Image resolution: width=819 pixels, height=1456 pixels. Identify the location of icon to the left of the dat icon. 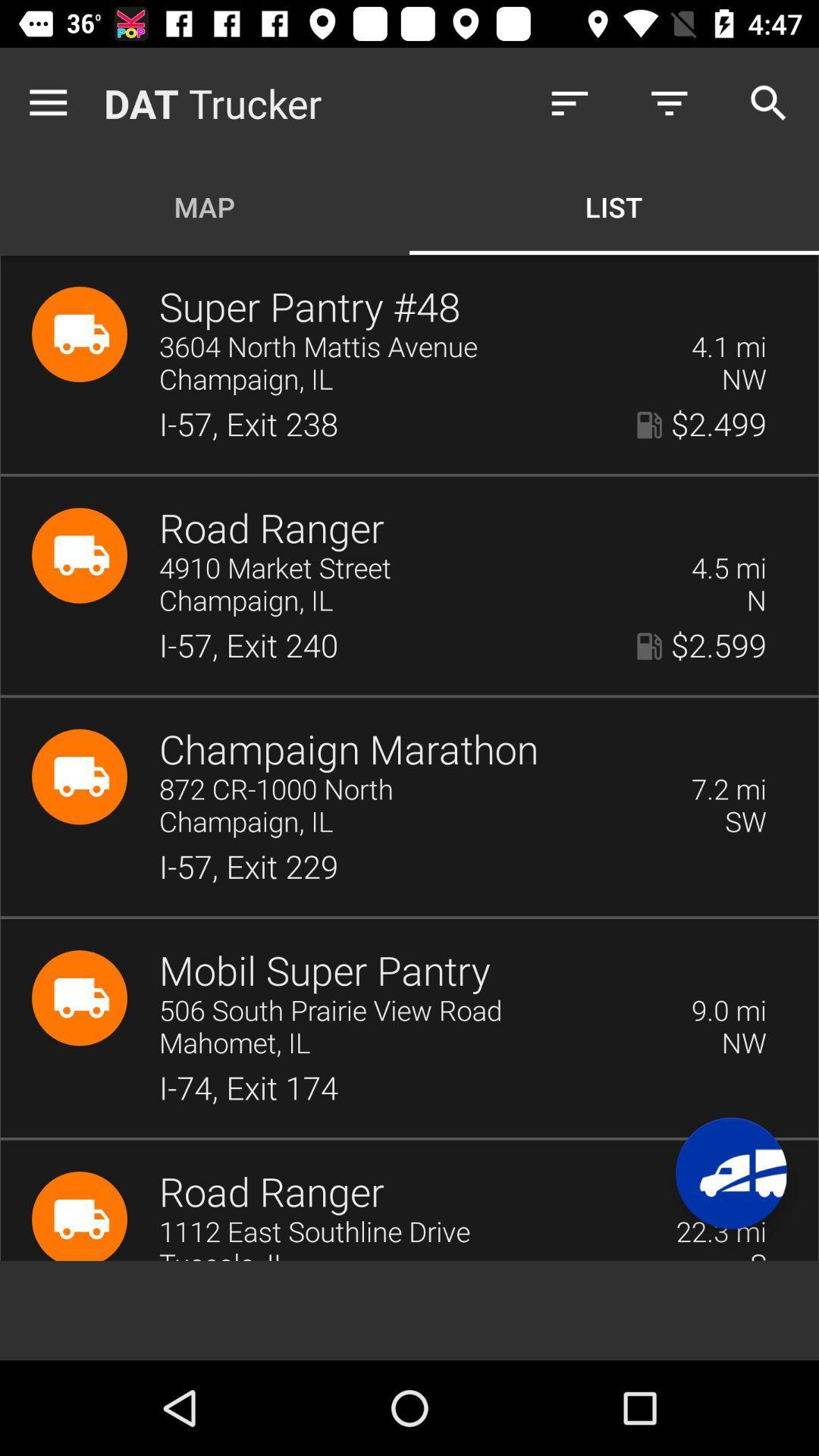
(51, 102).